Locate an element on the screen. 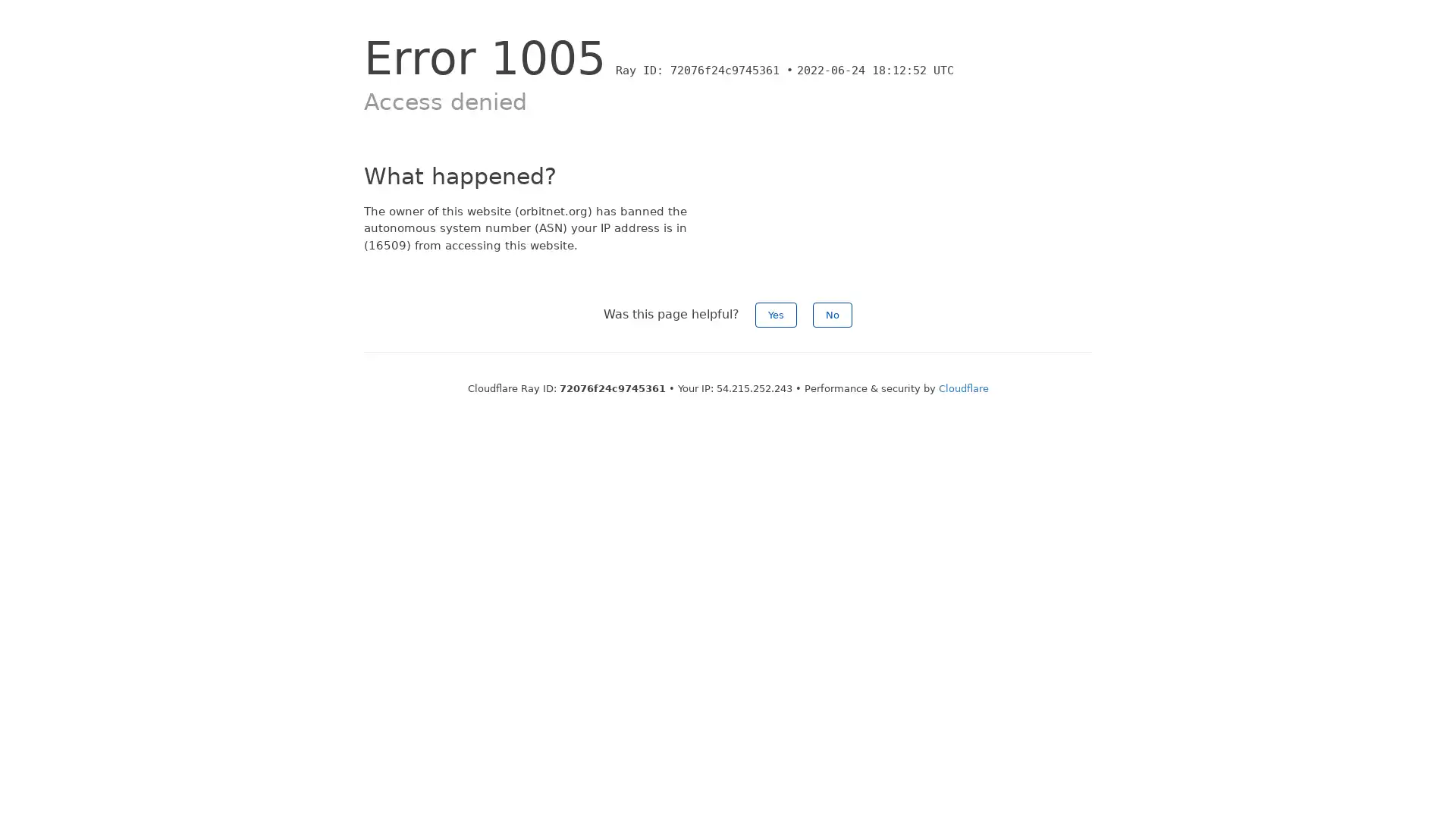 This screenshot has width=1456, height=819. Yes is located at coordinates (776, 314).